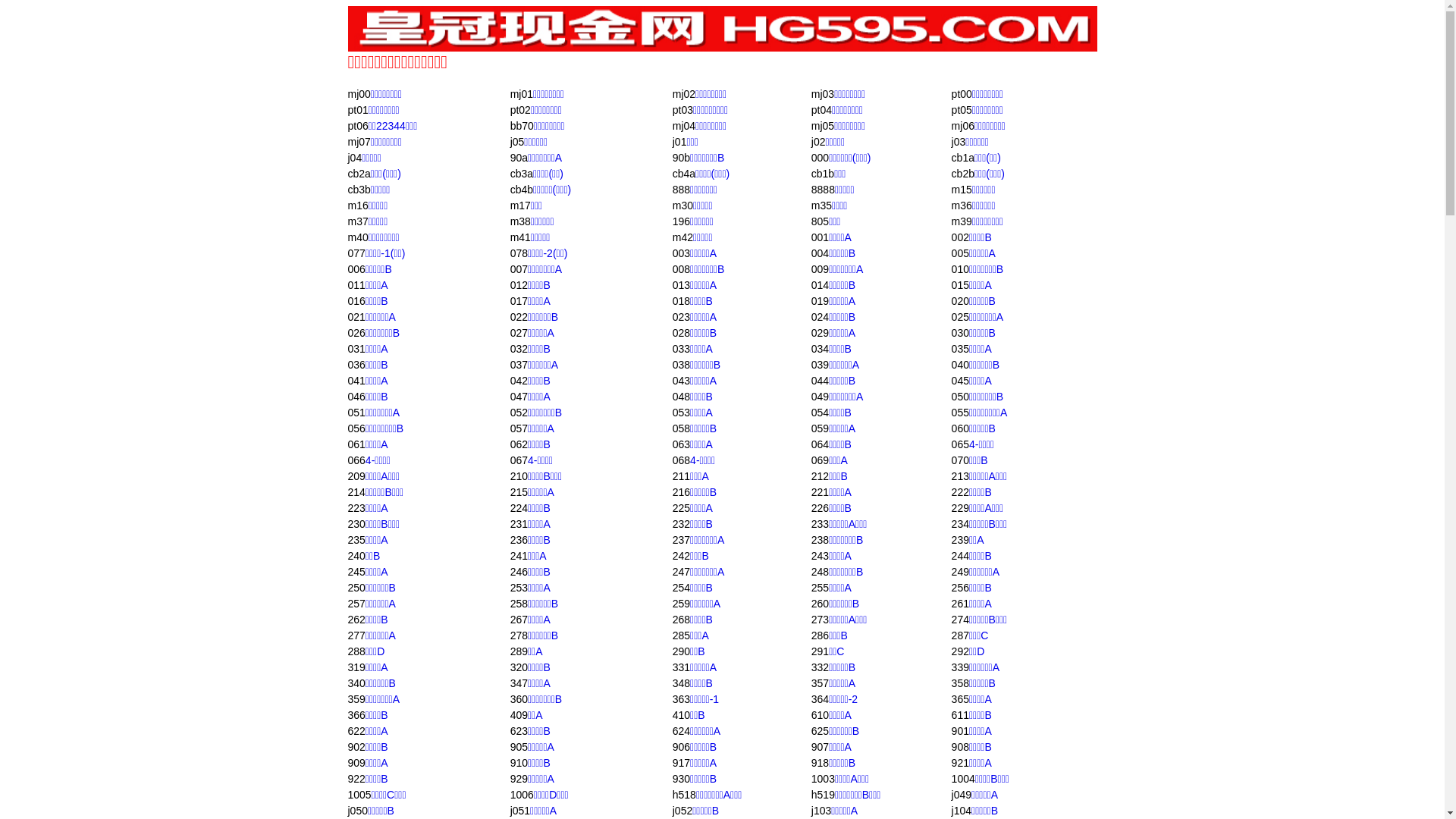  Describe the element at coordinates (519, 620) in the screenshot. I see `'267'` at that location.